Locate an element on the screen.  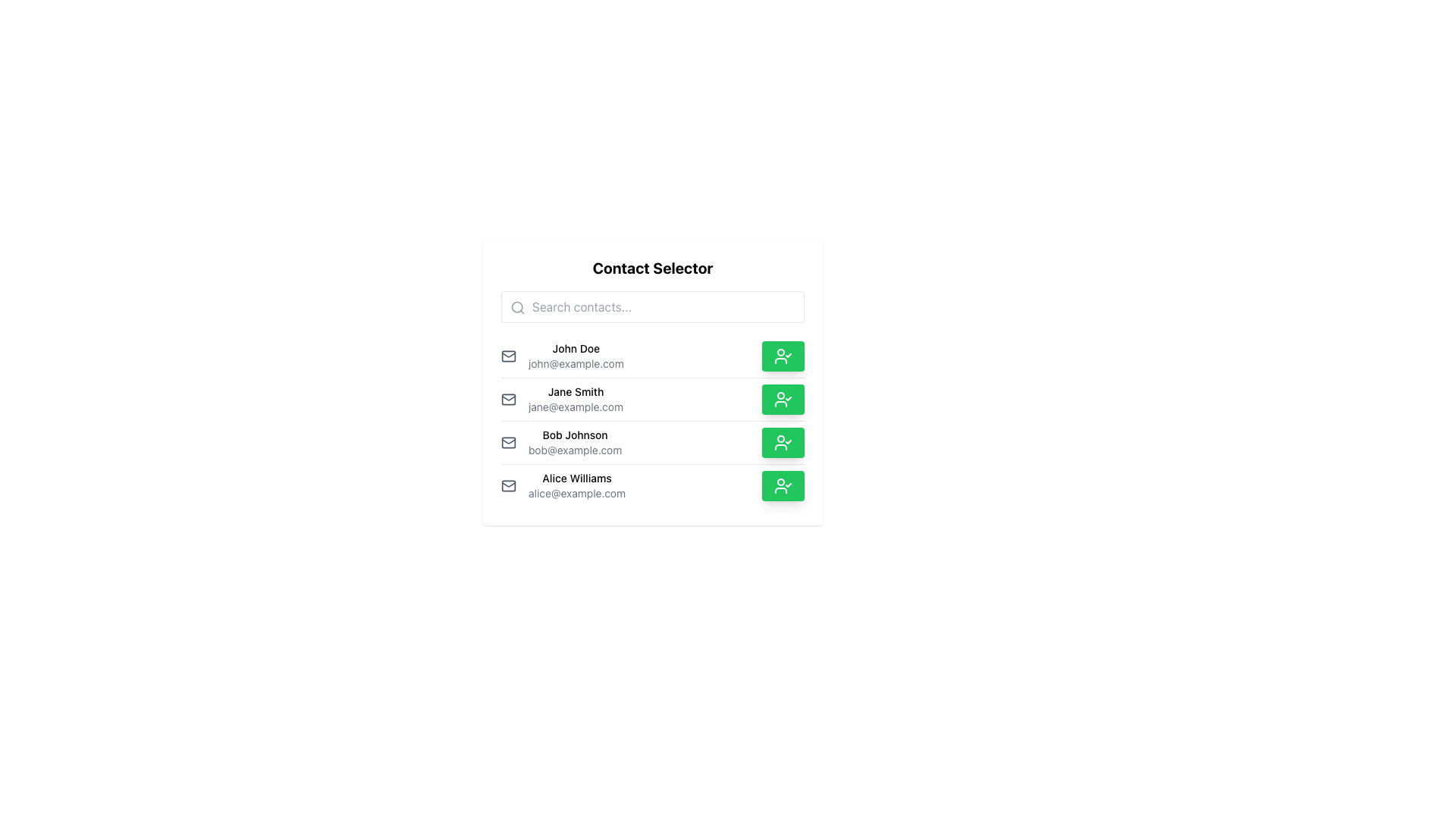
the Text and contact information display showing 'Alice Williams' and 'alice@example.com' is located at coordinates (576, 485).